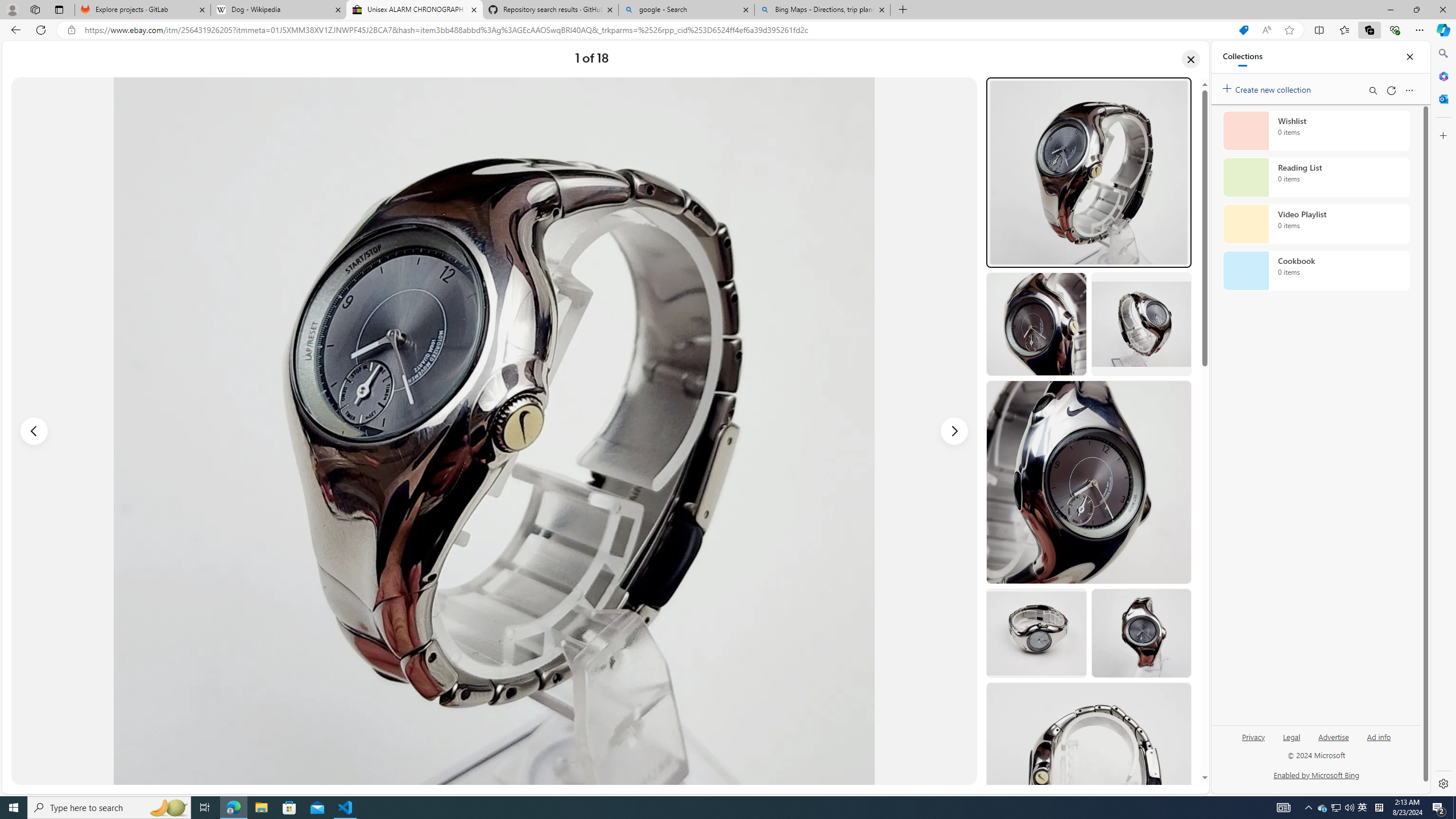  What do you see at coordinates (1316, 130) in the screenshot?
I see `'Wishlist collection, 0 items'` at bounding box center [1316, 130].